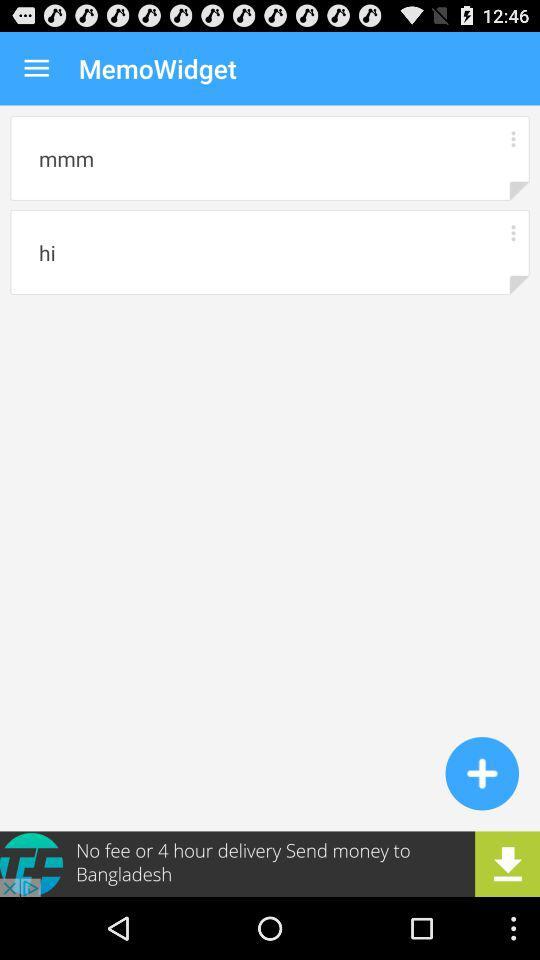  Describe the element at coordinates (481, 772) in the screenshot. I see `new memo` at that location.